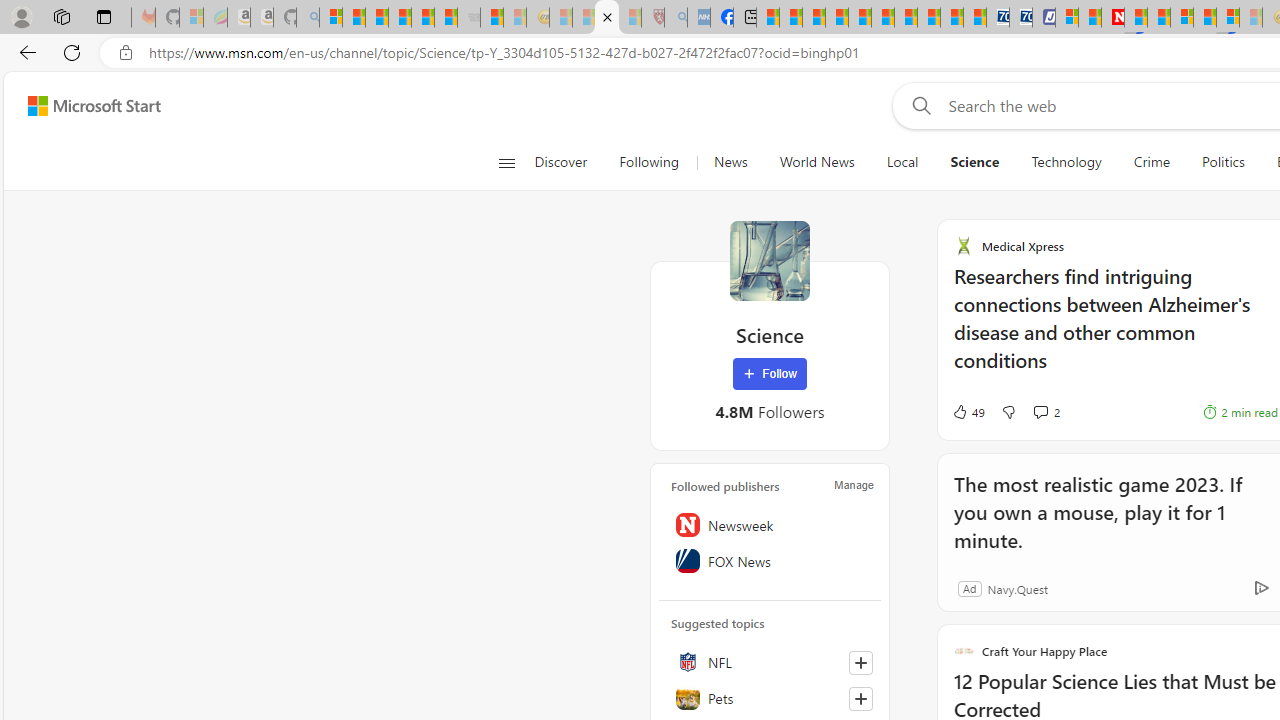  What do you see at coordinates (422, 17) in the screenshot?
I see `'New Report Confirms 2023 Was Record Hot | Watch'` at bounding box center [422, 17].